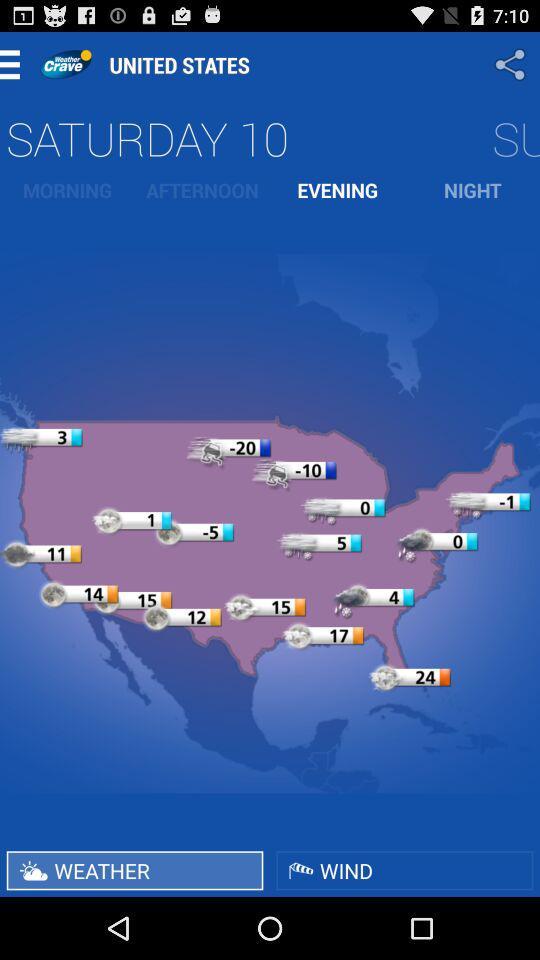  Describe the element at coordinates (512, 64) in the screenshot. I see `share` at that location.